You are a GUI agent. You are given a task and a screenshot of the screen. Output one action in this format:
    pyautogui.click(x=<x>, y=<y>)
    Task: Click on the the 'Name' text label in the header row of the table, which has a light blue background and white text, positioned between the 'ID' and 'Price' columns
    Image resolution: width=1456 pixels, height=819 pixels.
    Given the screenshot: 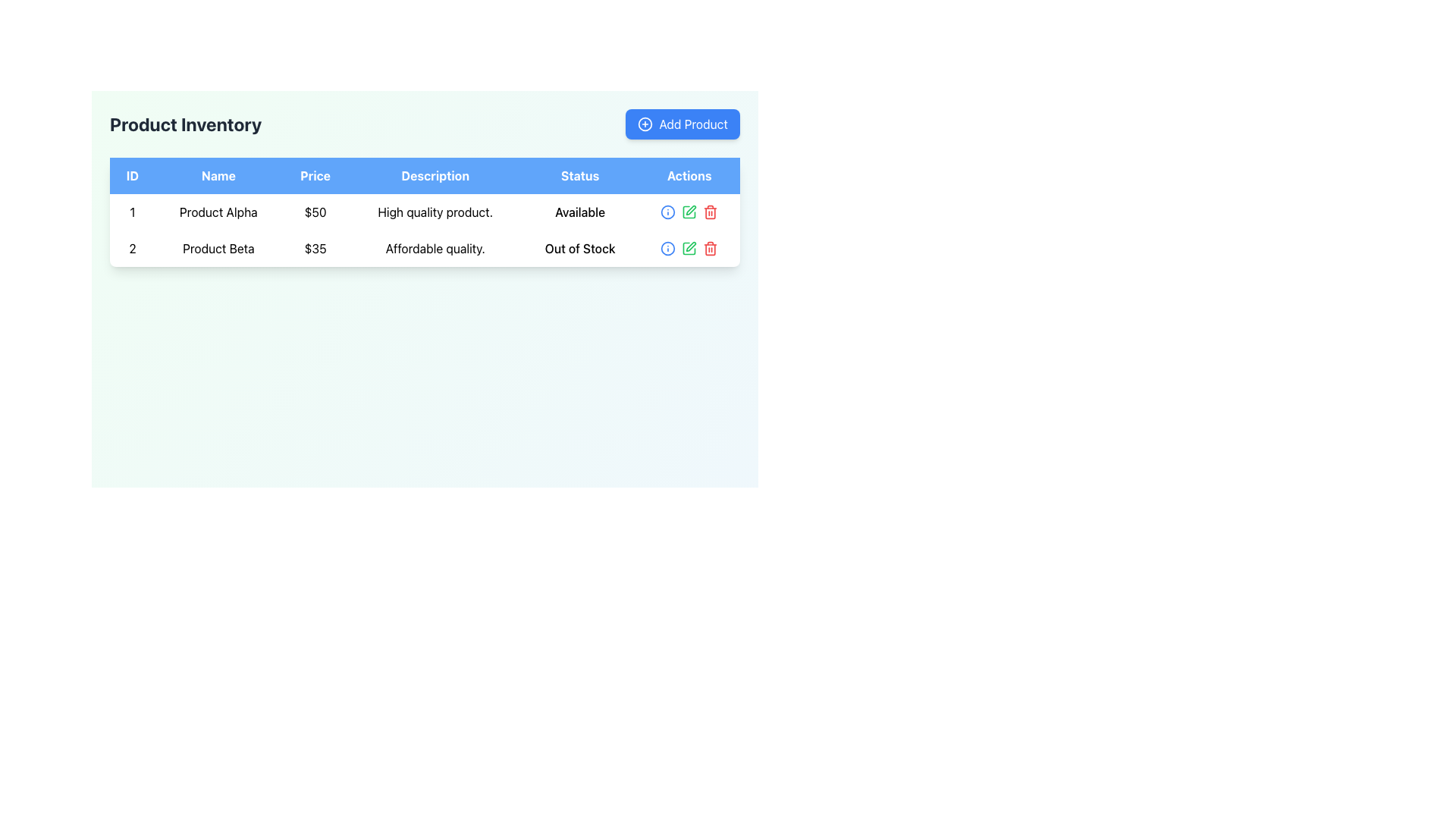 What is the action you would take?
    pyautogui.click(x=218, y=174)
    